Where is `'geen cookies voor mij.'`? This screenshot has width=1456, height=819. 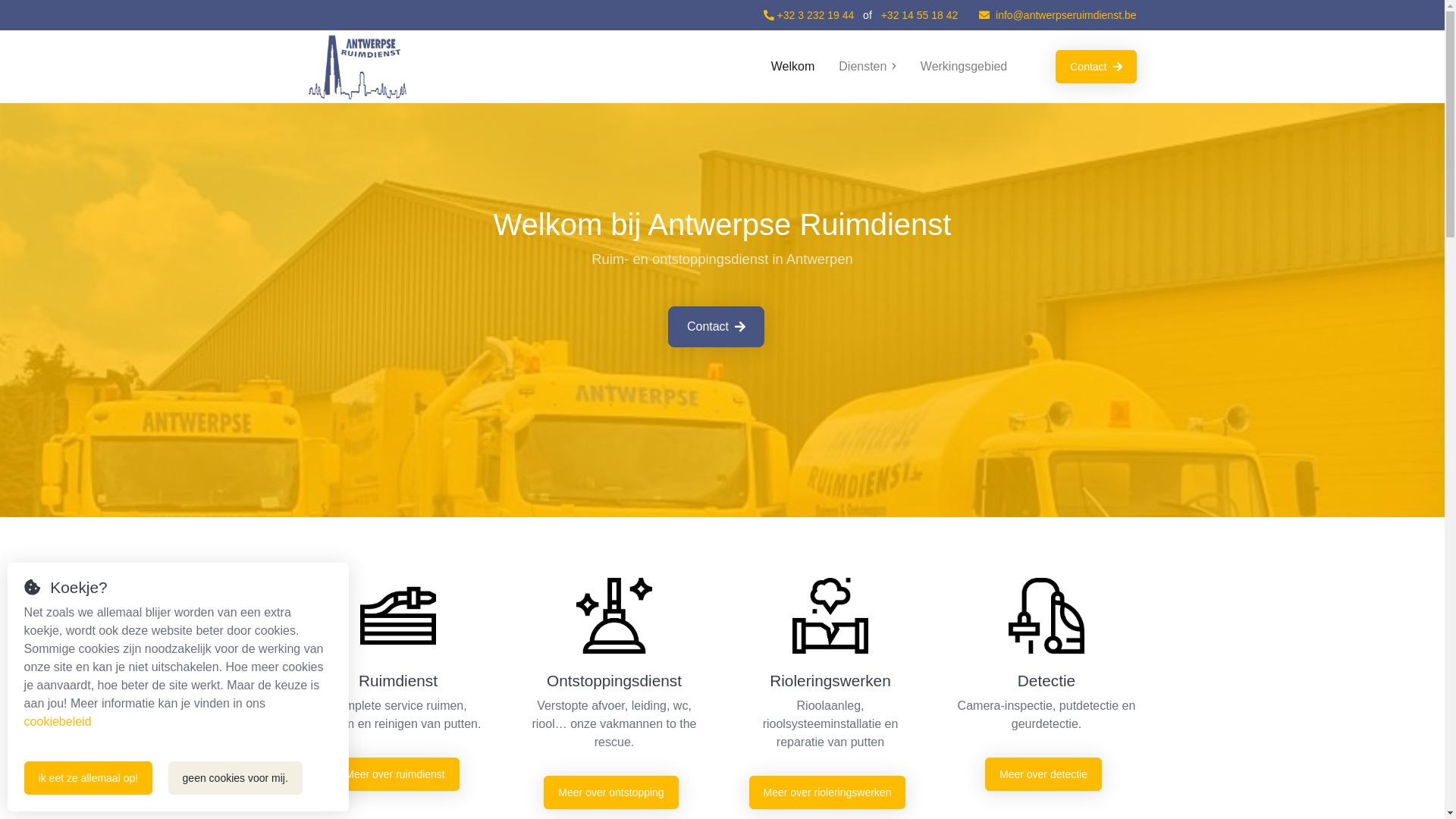 'geen cookies voor mij.' is located at coordinates (234, 778).